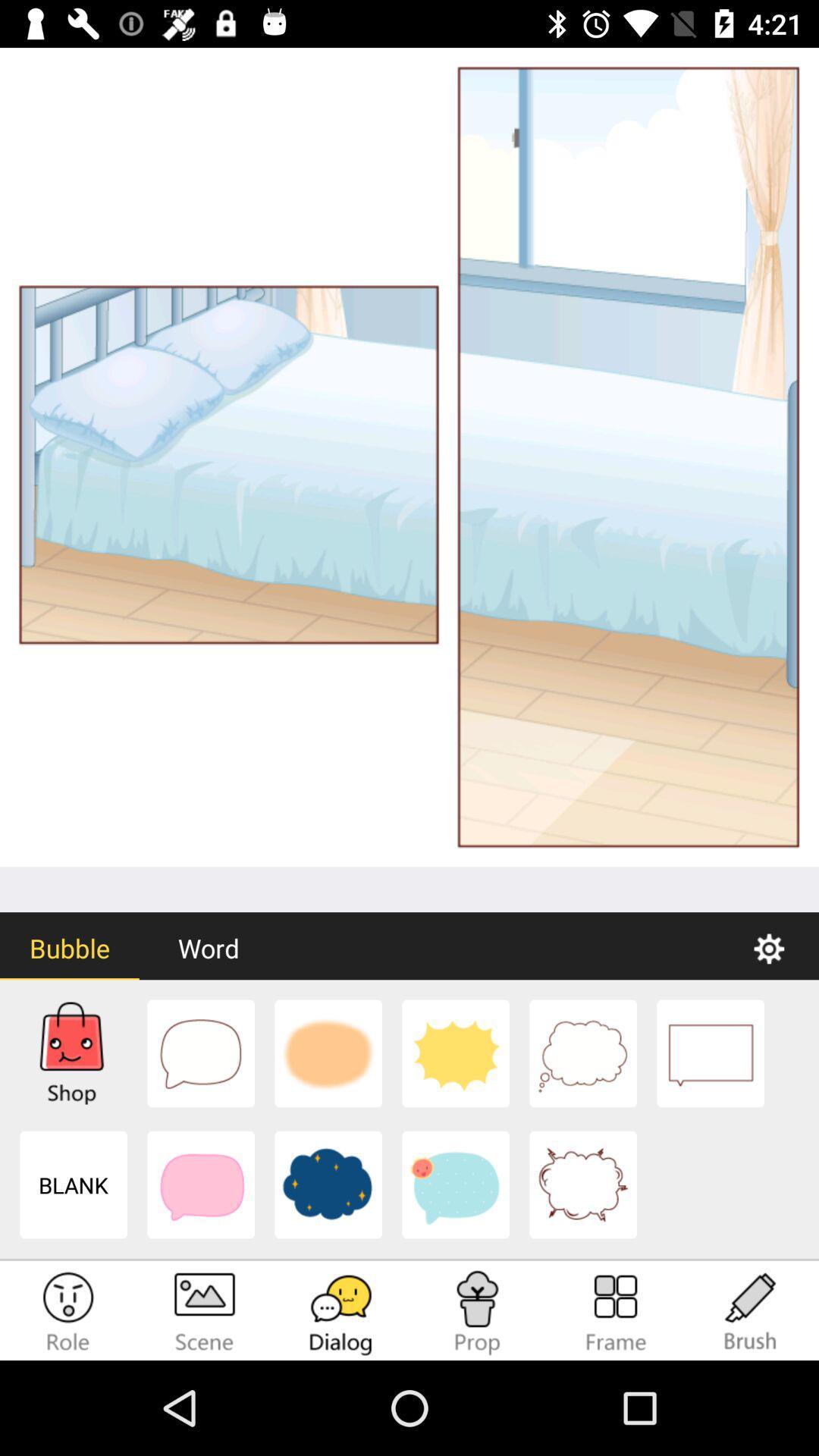  I want to click on the option which says brush, so click(751, 1312).